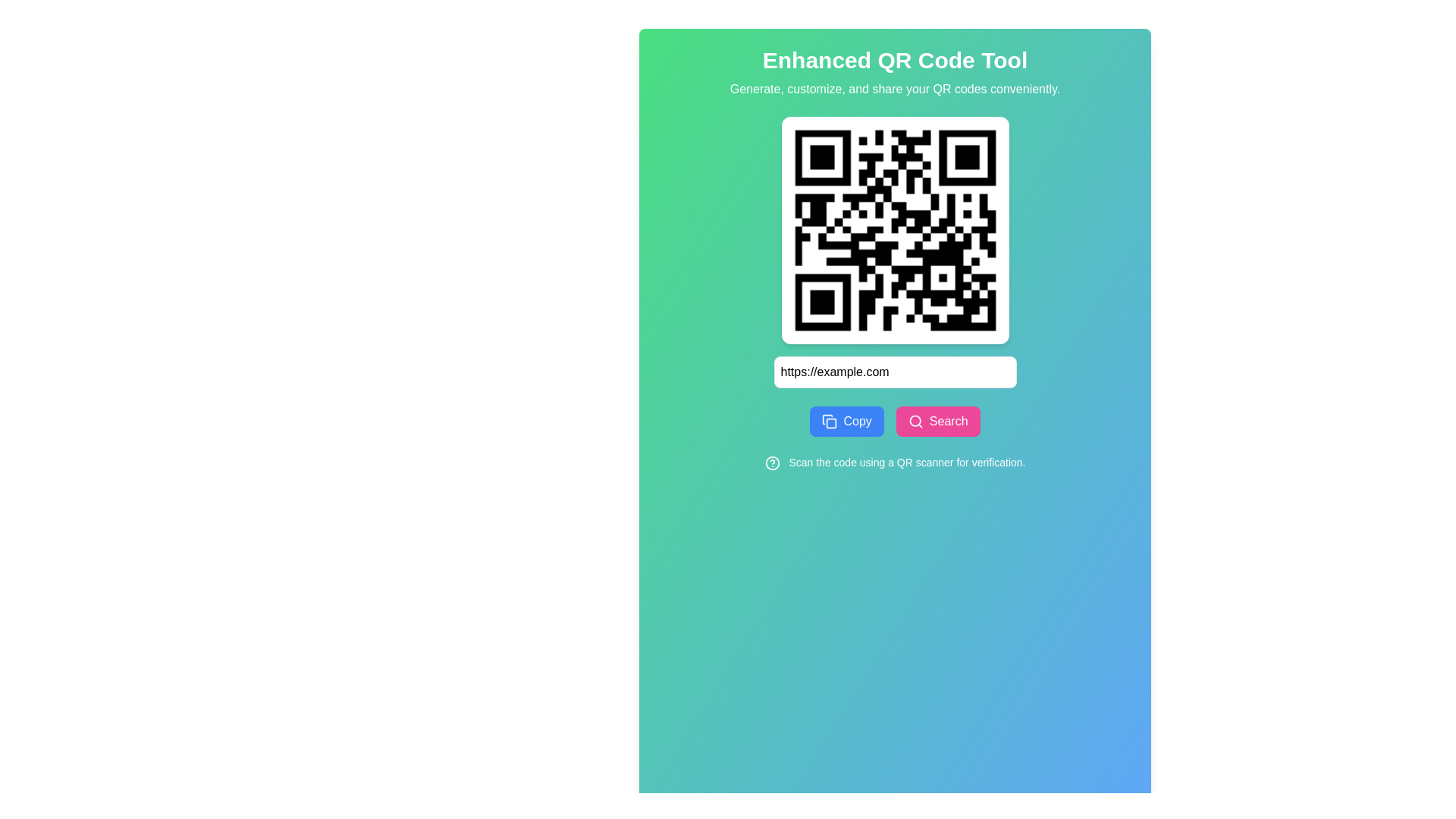  What do you see at coordinates (895, 462) in the screenshot?
I see `the text label component that reads 'Scan the code using a QR scanner for verification,' located at the bottom center of the interface, beneath the 'Copy' and 'Search' buttons` at bounding box center [895, 462].